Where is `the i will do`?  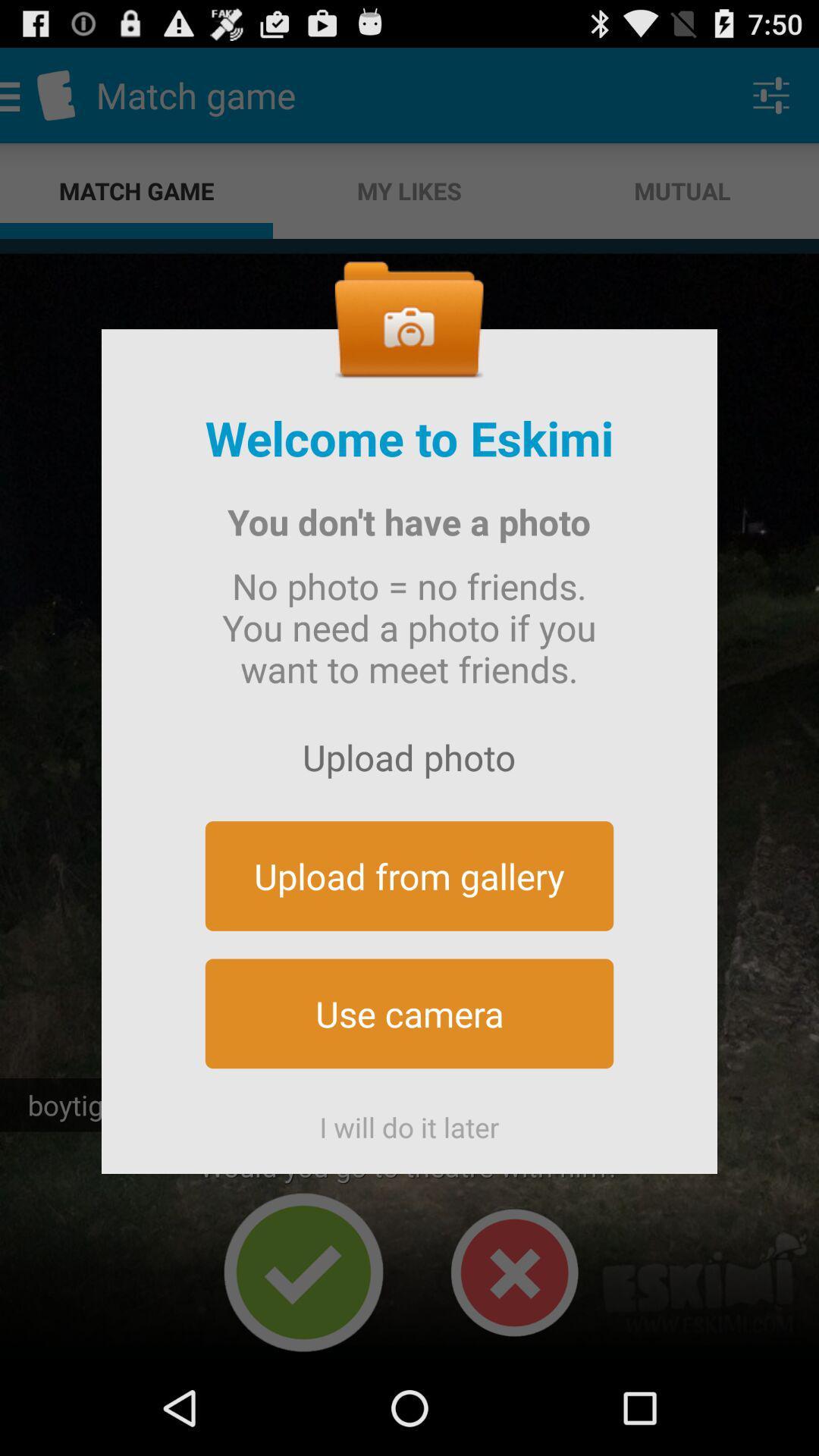 the i will do is located at coordinates (409, 1121).